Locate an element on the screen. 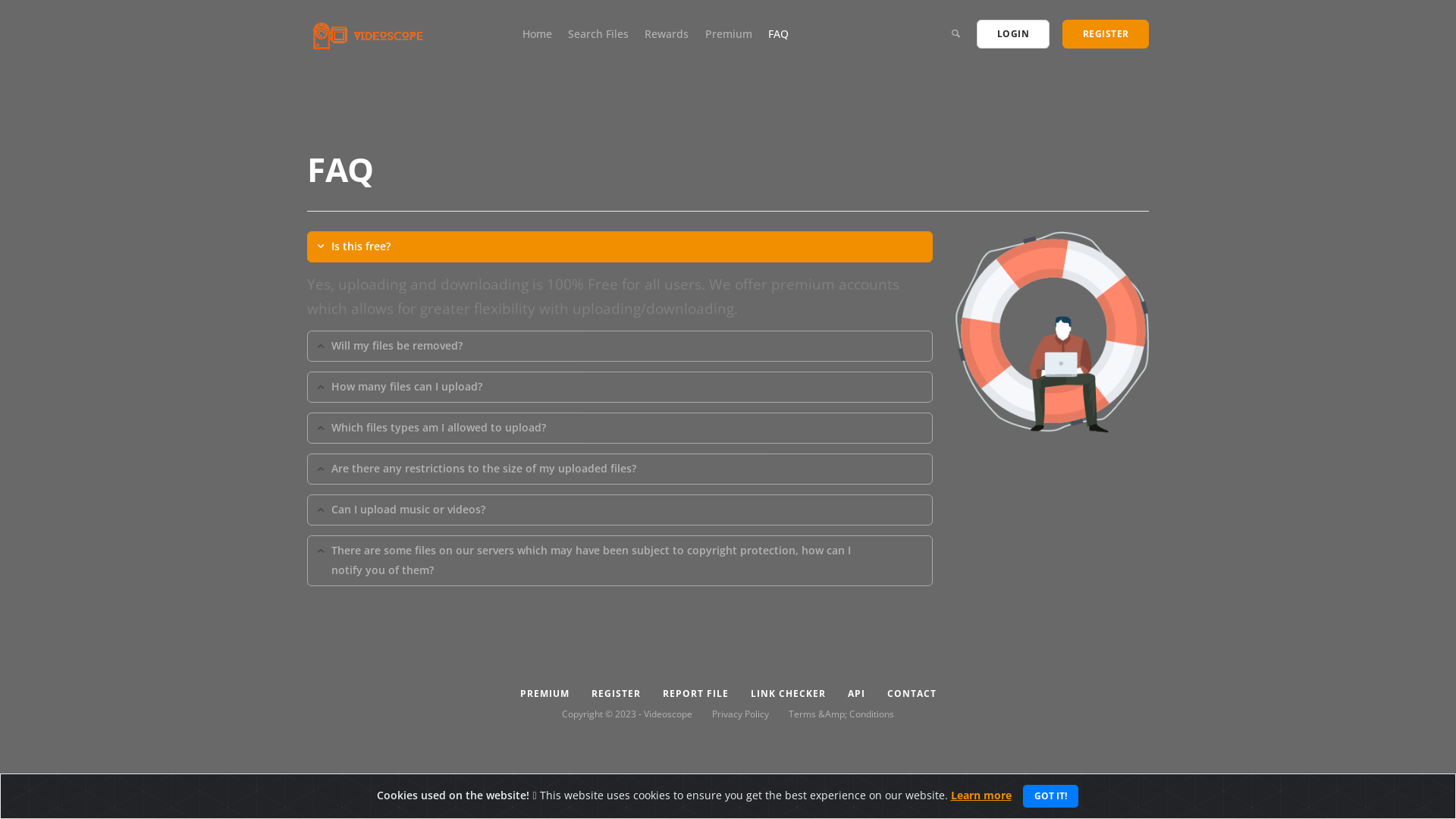 This screenshot has height=819, width=1456. 'Premium' is located at coordinates (728, 33).